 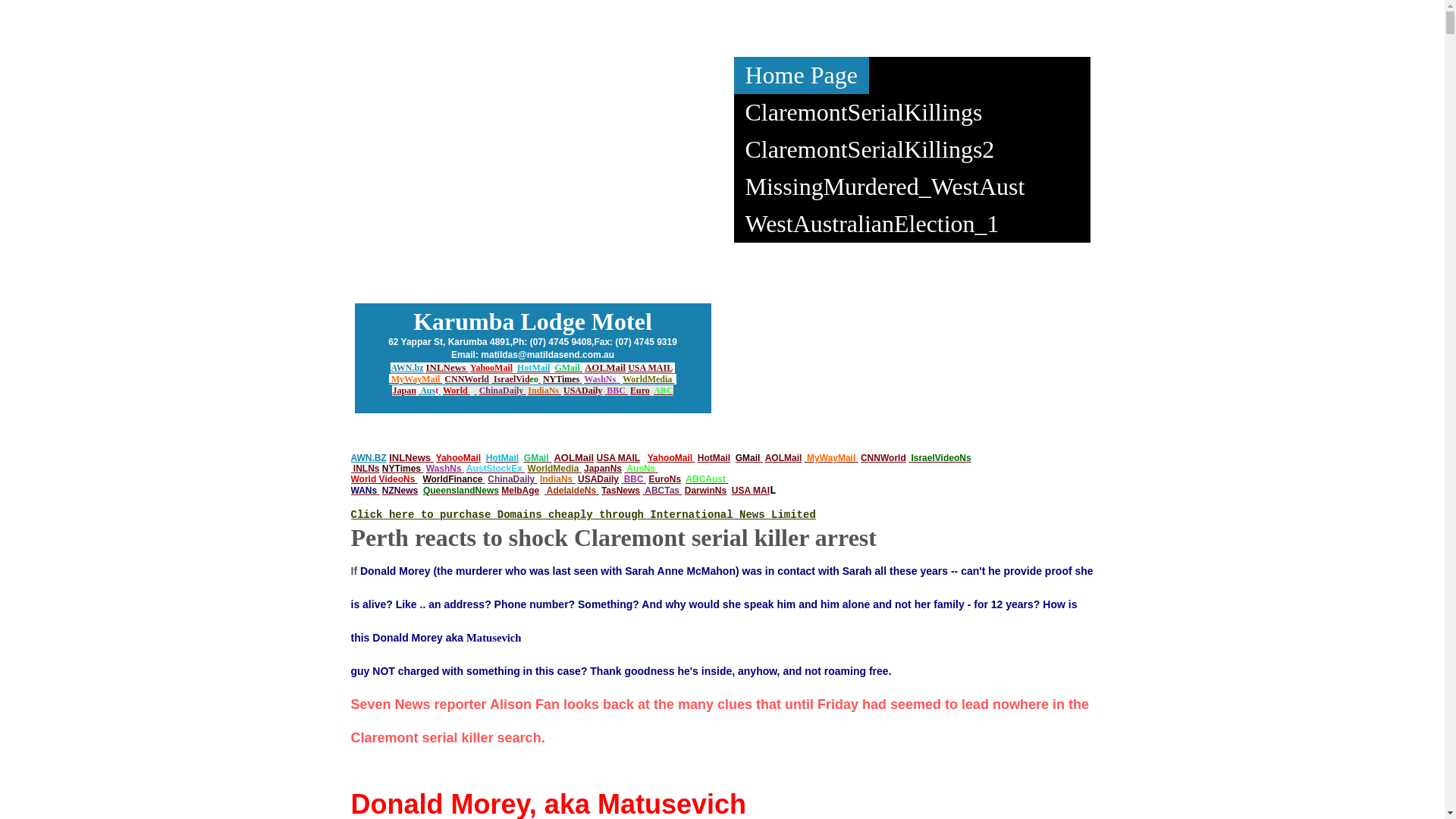 I want to click on ' ', so click(x=625, y=467).